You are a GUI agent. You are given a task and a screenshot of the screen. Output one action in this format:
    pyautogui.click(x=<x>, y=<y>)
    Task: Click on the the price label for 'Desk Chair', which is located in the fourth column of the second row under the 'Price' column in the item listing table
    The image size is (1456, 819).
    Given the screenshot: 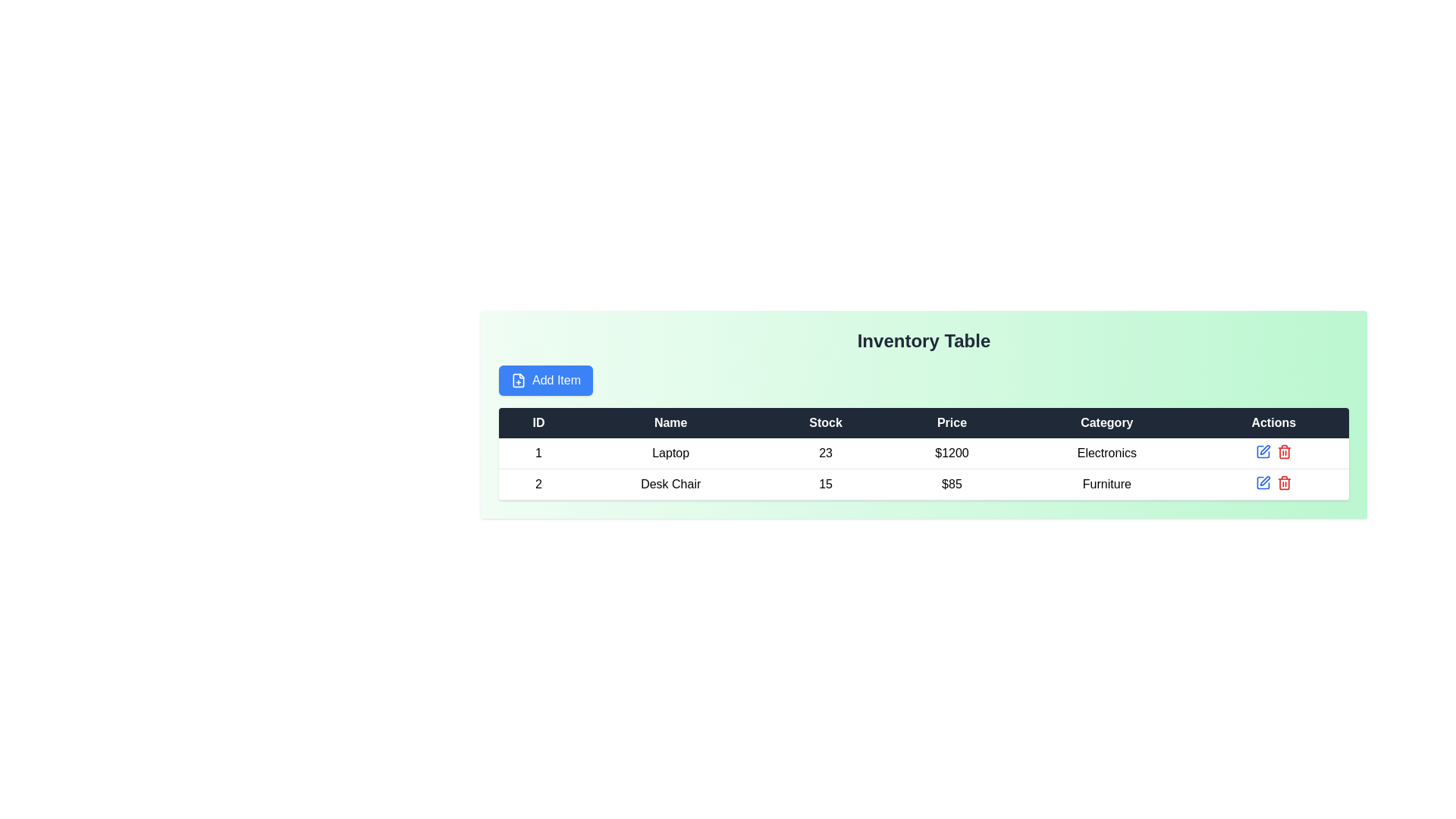 What is the action you would take?
    pyautogui.click(x=951, y=485)
    